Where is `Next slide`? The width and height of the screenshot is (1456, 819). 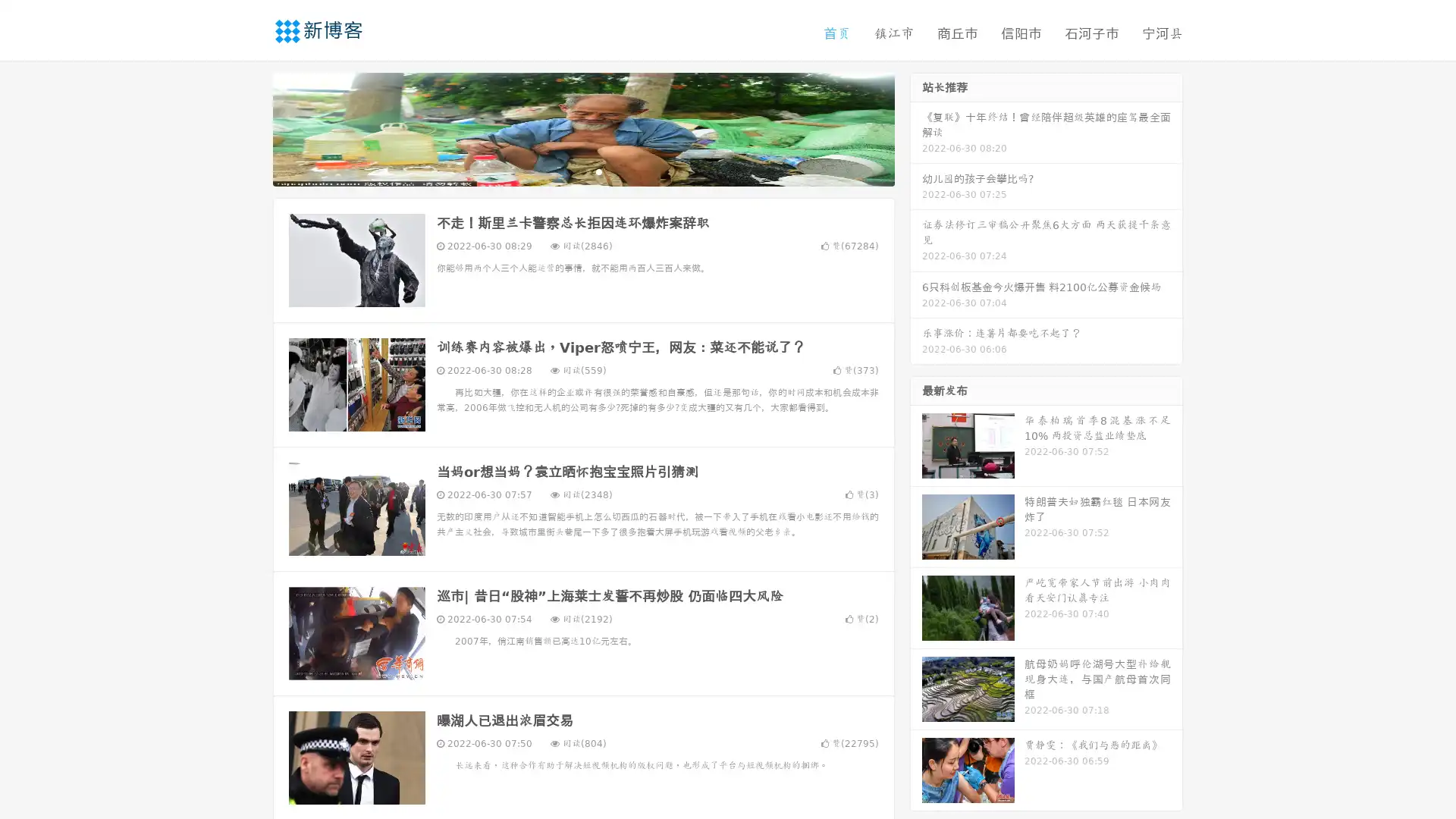 Next slide is located at coordinates (916, 127).